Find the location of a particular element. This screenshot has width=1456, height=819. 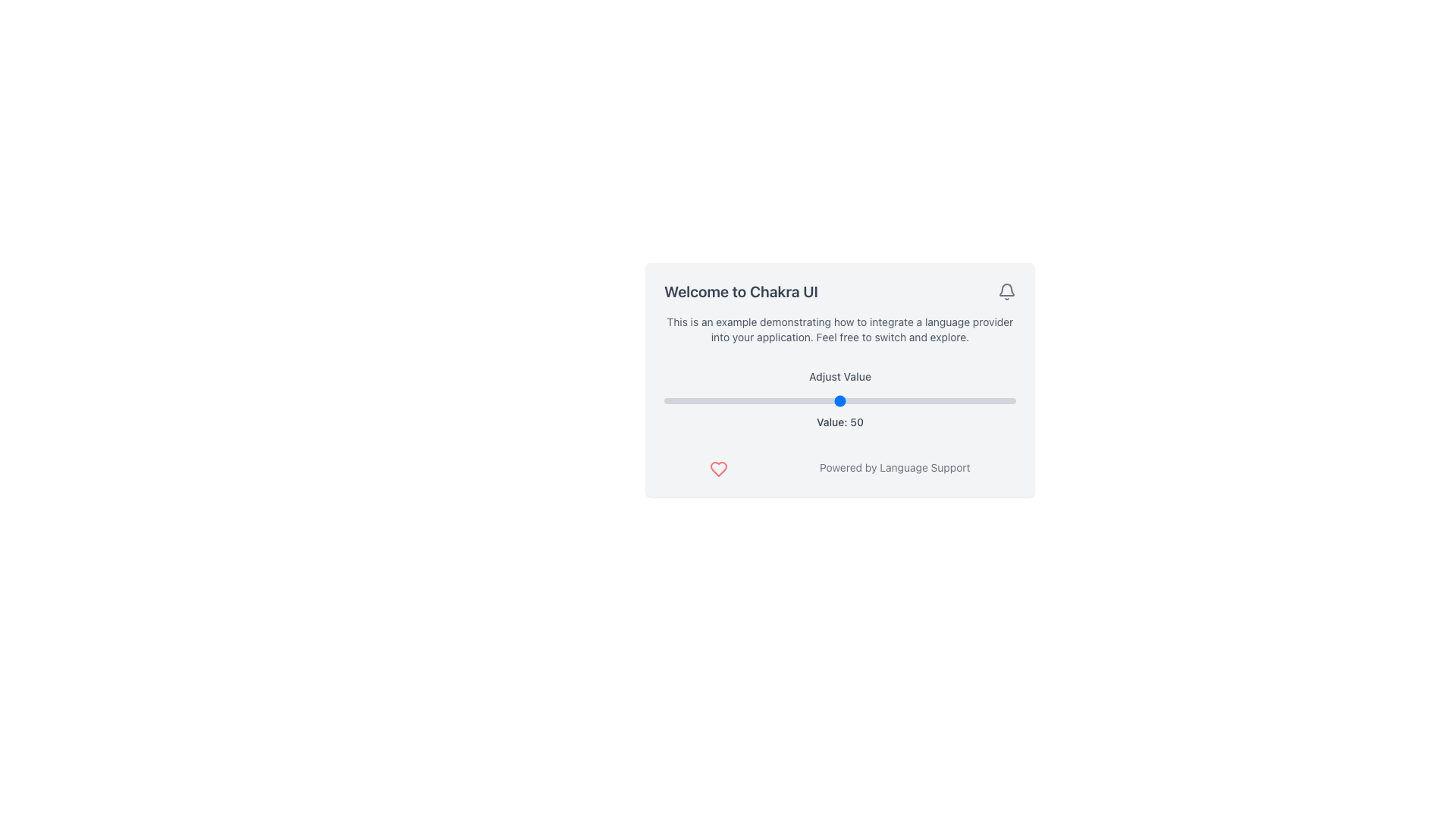

the slider value is located at coordinates (787, 400).